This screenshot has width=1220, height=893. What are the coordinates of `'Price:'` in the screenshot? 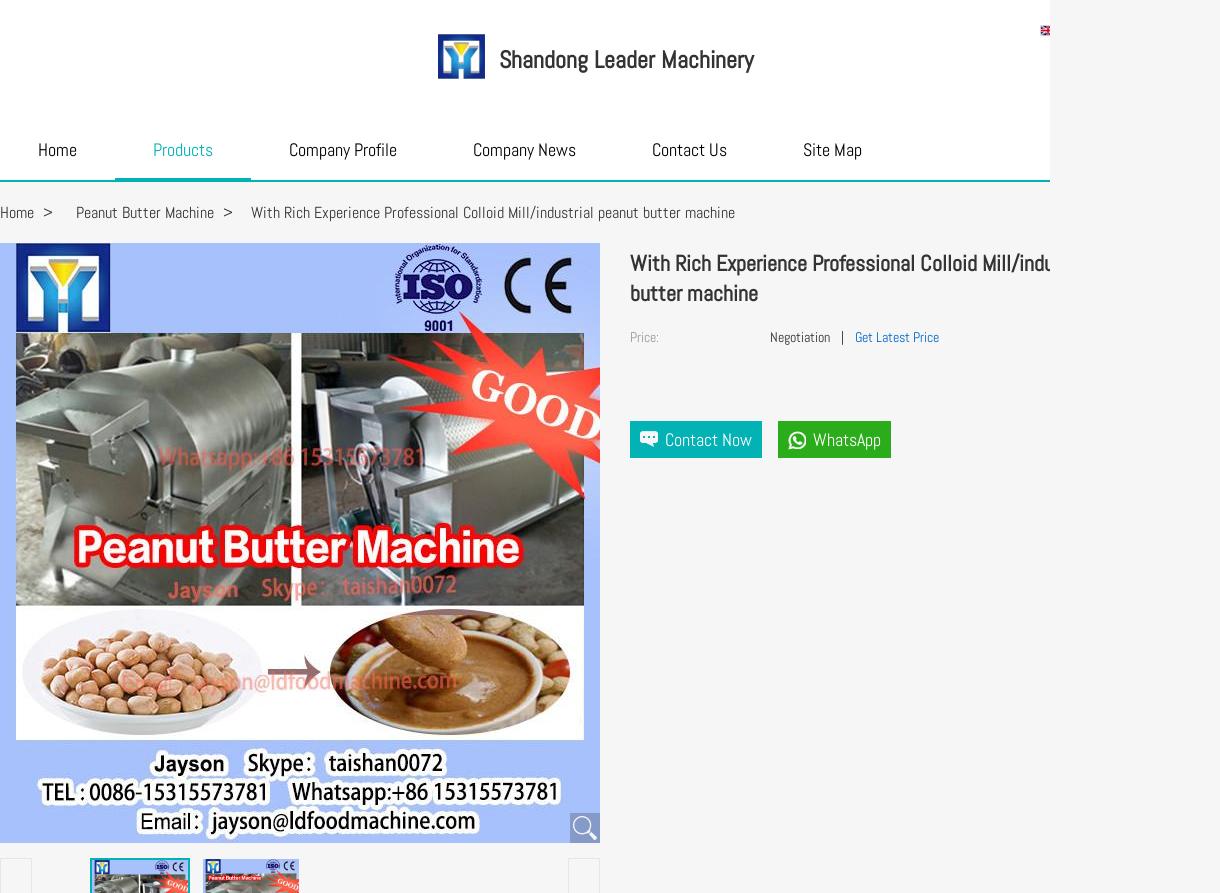 It's located at (630, 337).